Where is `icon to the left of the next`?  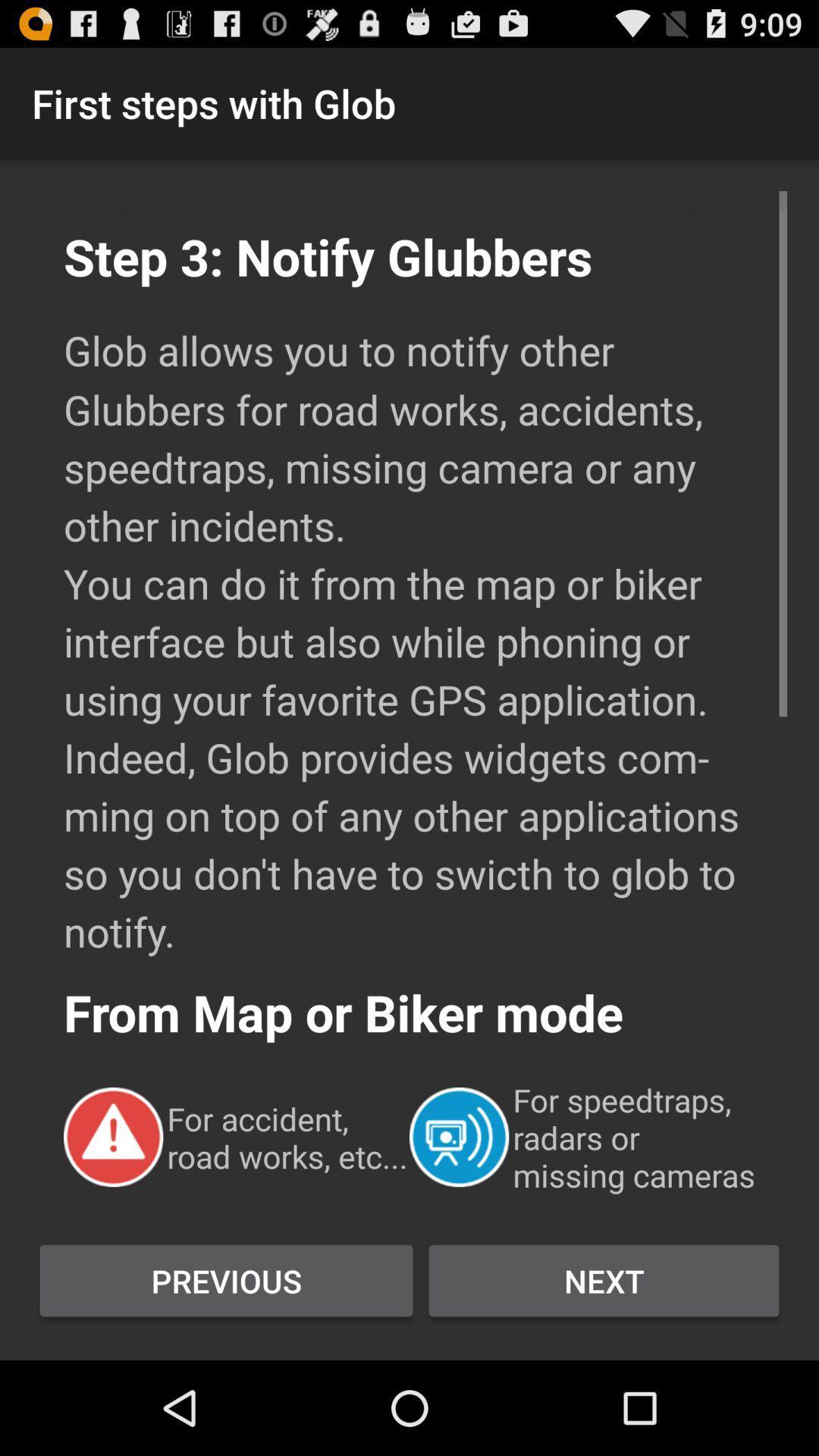
icon to the left of the next is located at coordinates (226, 1280).